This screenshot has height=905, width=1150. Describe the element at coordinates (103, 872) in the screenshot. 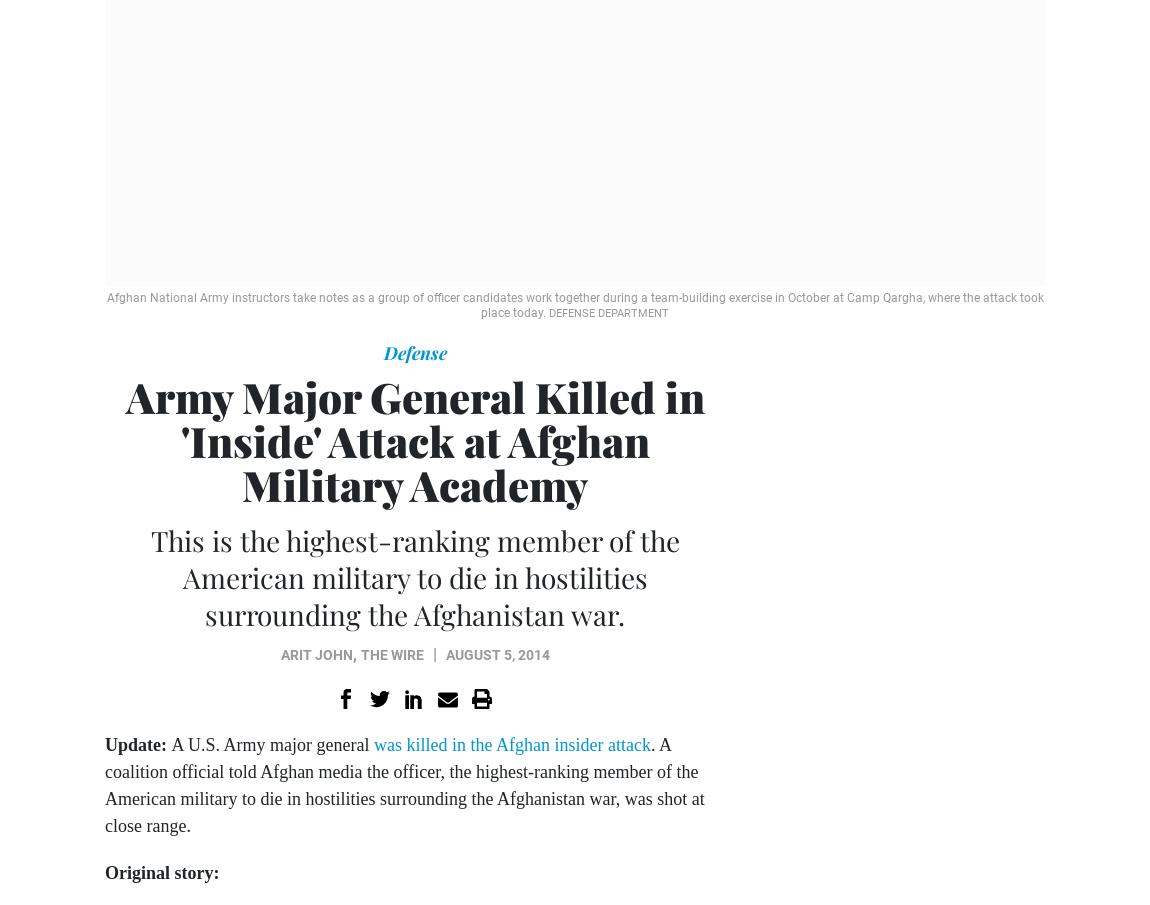

I see `'Original story:'` at that location.